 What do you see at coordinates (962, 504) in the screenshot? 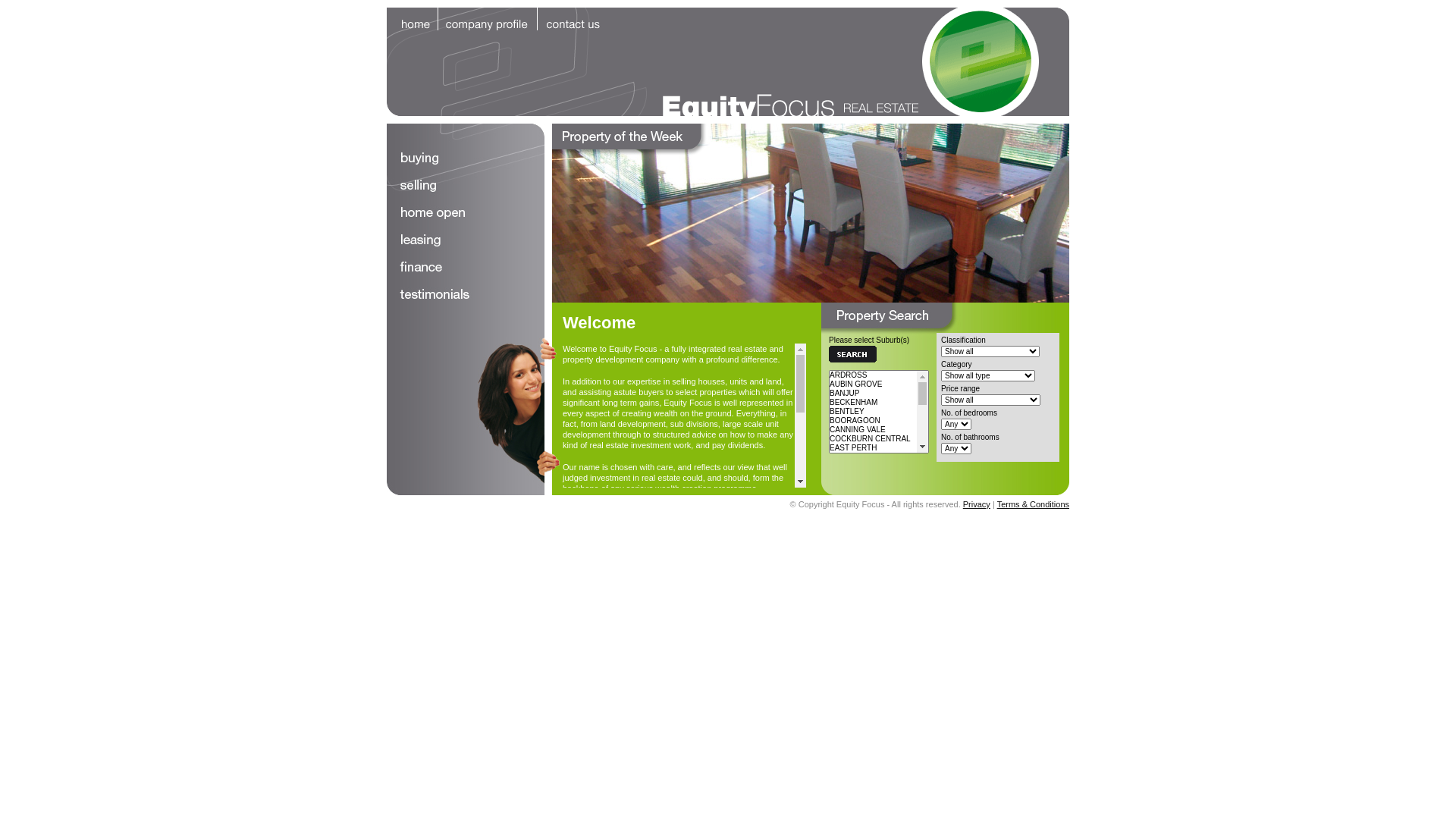
I see `'Privacy'` at bounding box center [962, 504].